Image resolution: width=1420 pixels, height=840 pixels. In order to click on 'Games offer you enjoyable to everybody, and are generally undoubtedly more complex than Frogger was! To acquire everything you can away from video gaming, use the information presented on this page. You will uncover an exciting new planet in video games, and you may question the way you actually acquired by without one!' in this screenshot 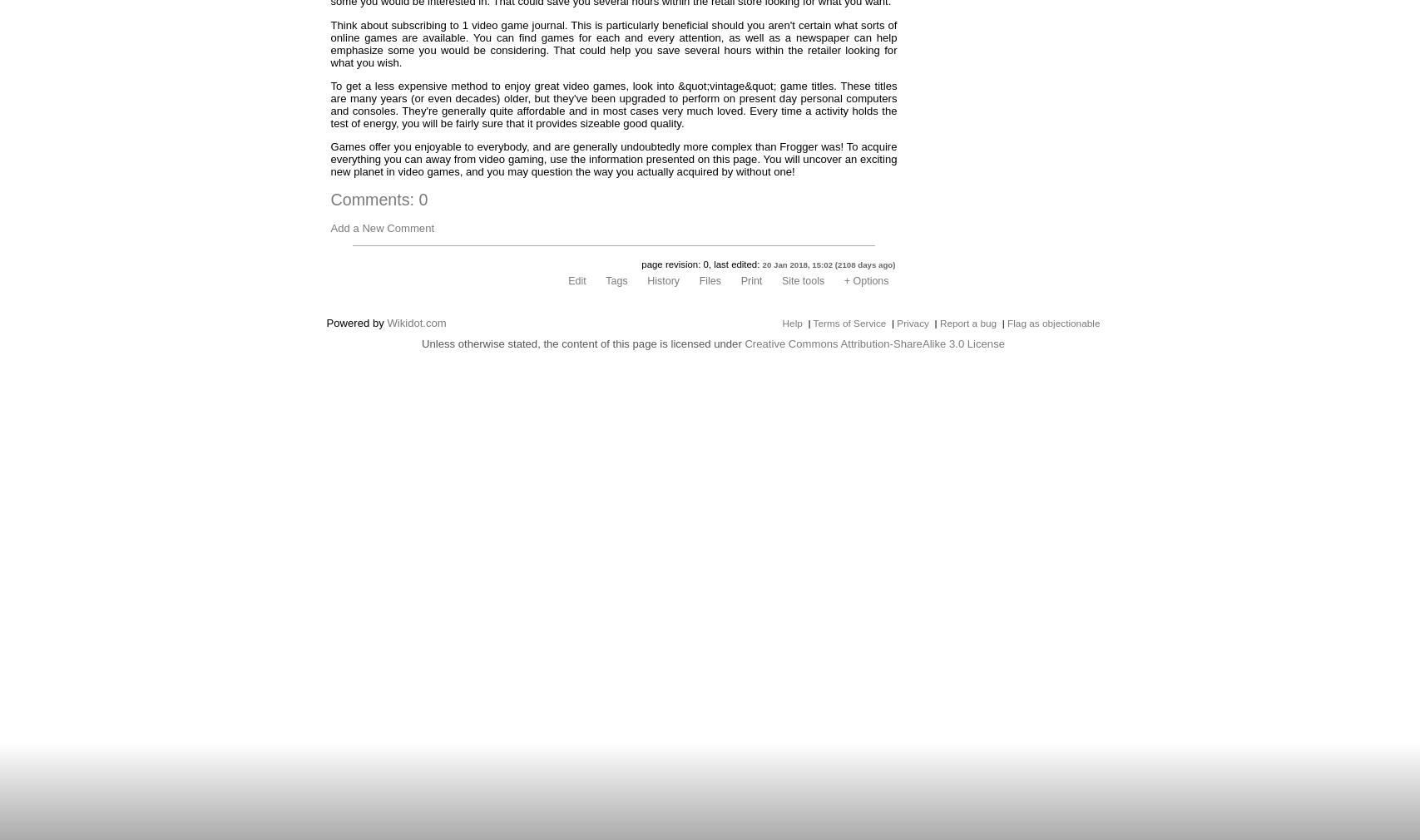, I will do `click(330, 157)`.